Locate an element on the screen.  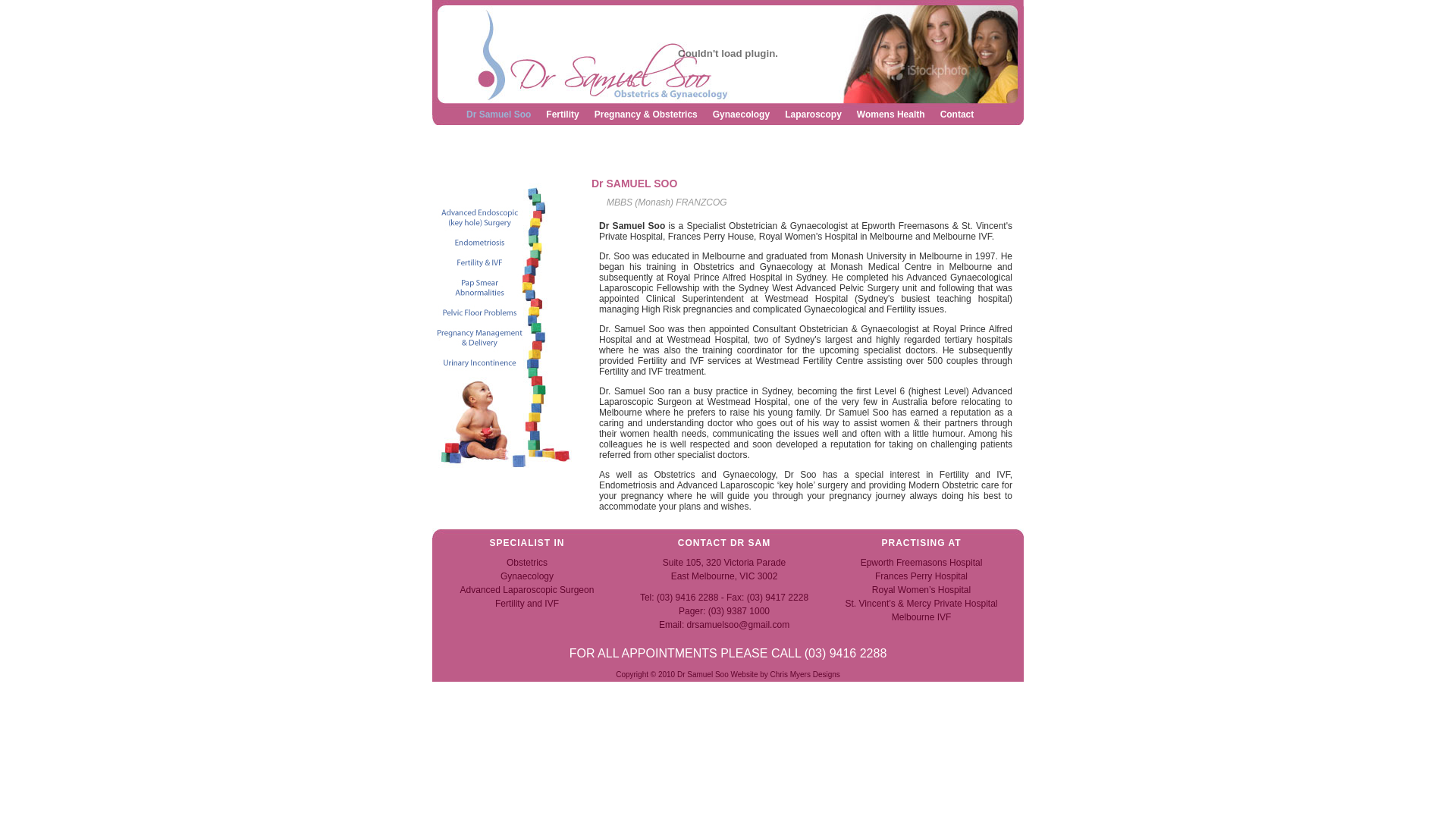
'Womens Health' is located at coordinates (856, 113).